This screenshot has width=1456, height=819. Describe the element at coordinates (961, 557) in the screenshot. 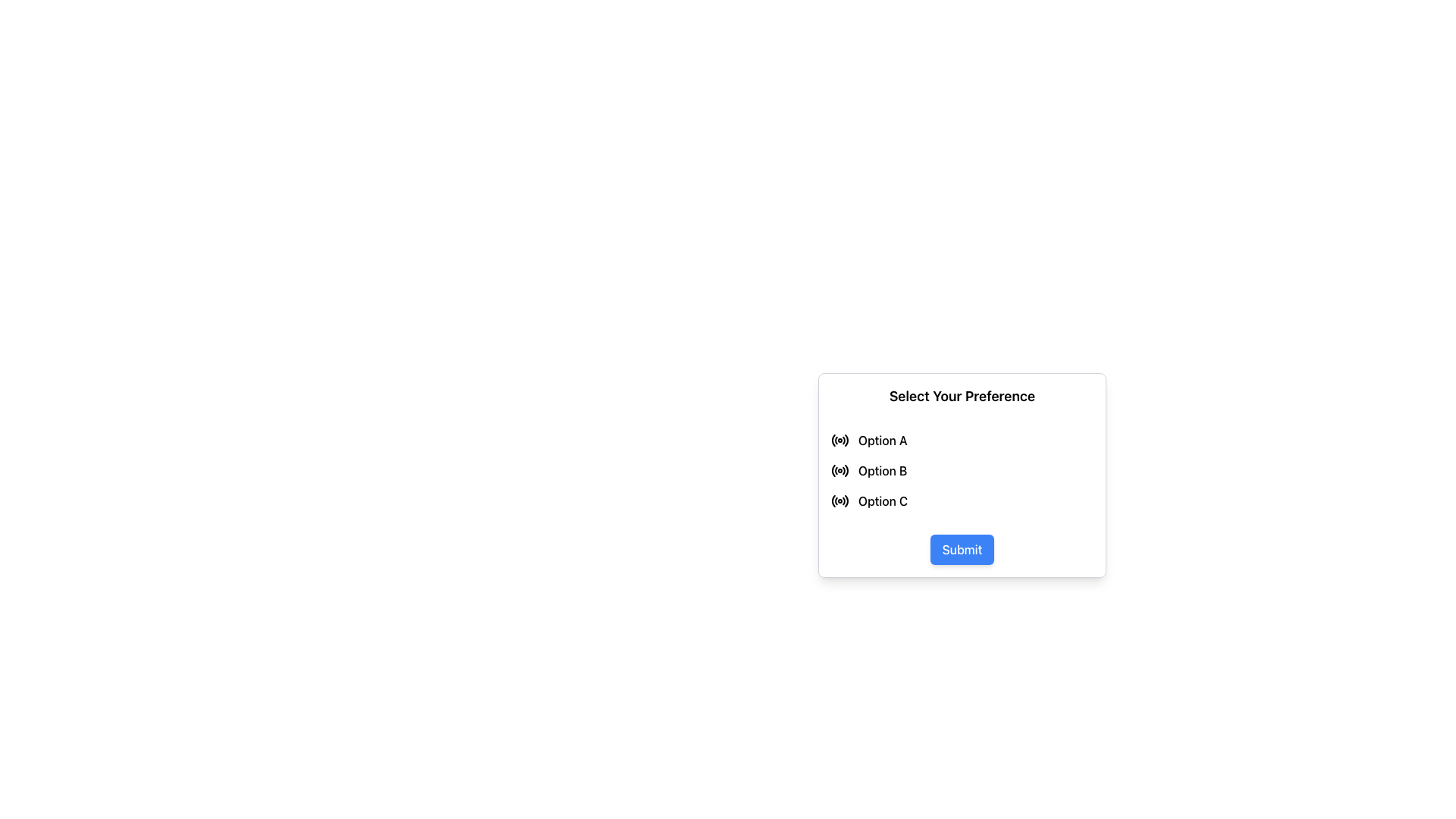

I see `the 'Submit' button at the bottom of the dialog box titled 'Select Your Preference'` at that location.